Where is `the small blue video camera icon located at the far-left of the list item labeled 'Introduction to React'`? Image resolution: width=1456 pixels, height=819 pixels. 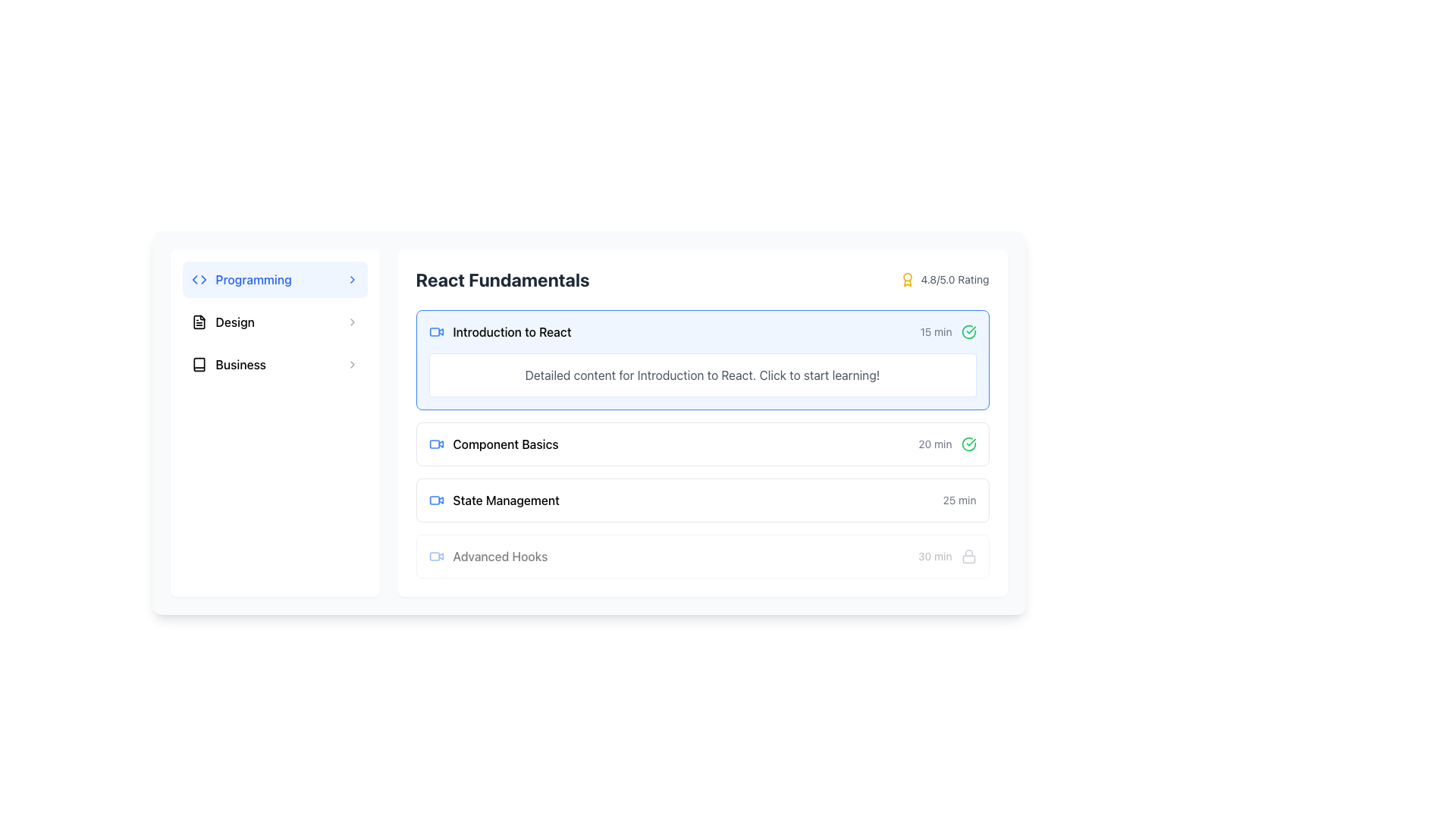
the small blue video camera icon located at the far-left of the list item labeled 'Introduction to React' is located at coordinates (435, 331).